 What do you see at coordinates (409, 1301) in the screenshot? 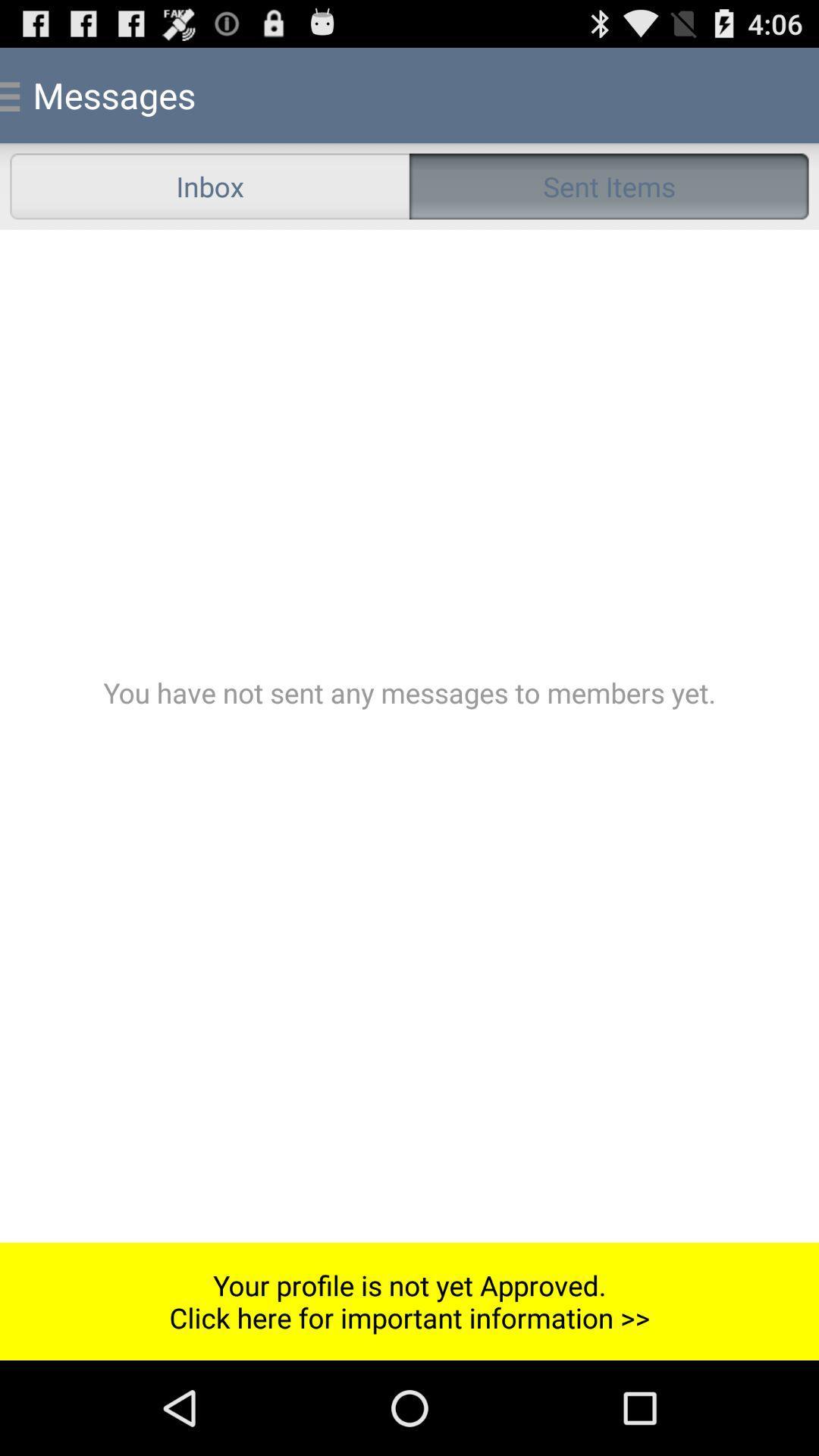
I see `the your profile is item` at bounding box center [409, 1301].